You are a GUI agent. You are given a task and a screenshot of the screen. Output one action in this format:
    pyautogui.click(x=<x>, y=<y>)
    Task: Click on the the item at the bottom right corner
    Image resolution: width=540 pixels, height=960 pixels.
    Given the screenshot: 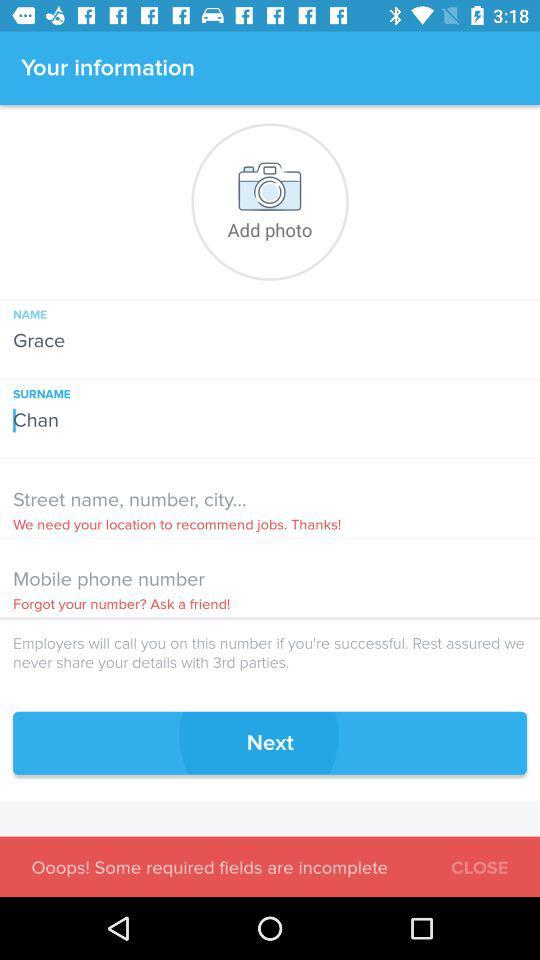 What is the action you would take?
    pyautogui.click(x=478, y=864)
    